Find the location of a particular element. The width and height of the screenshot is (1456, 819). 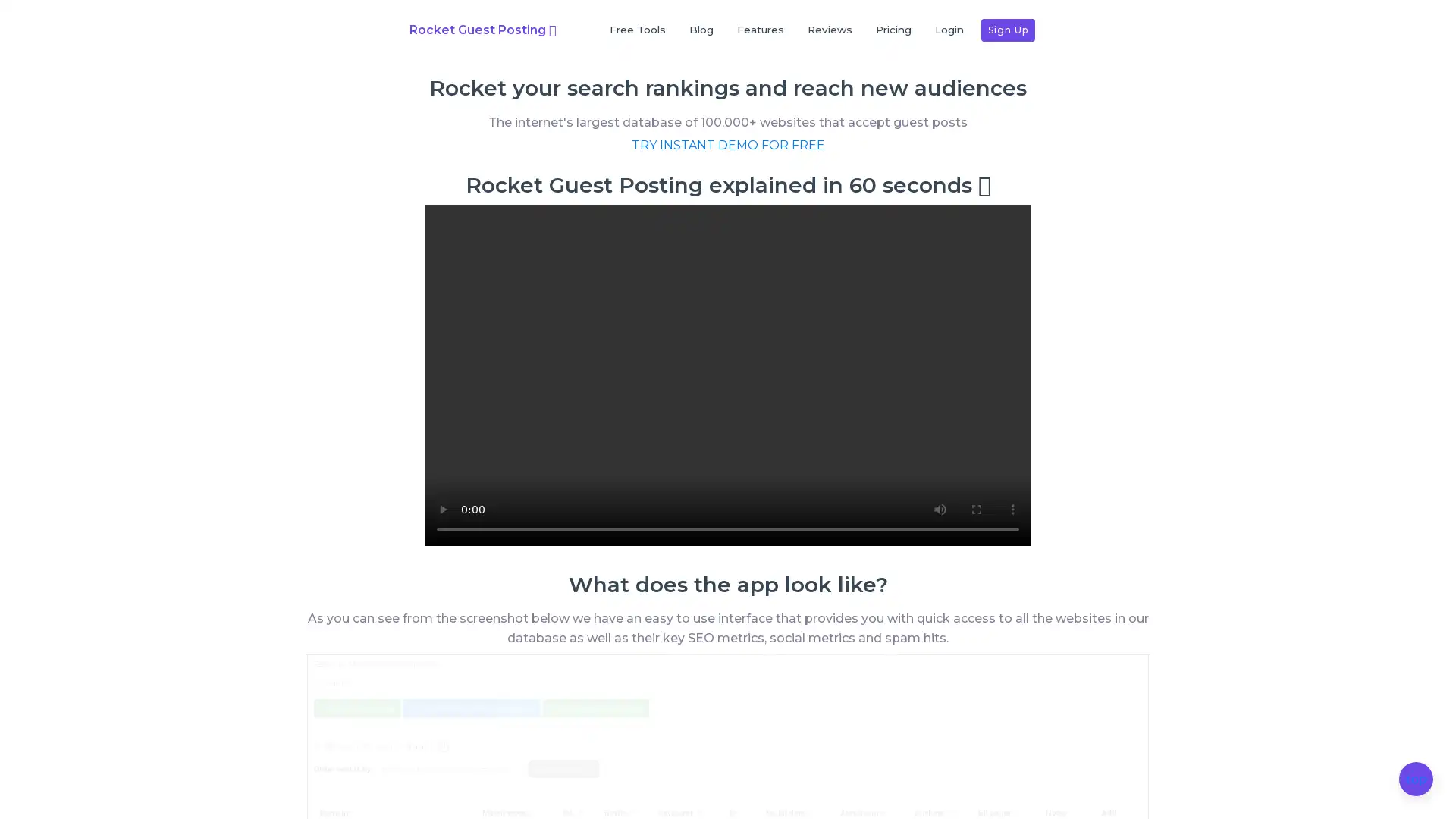

show more media controls is located at coordinates (1012, 547).